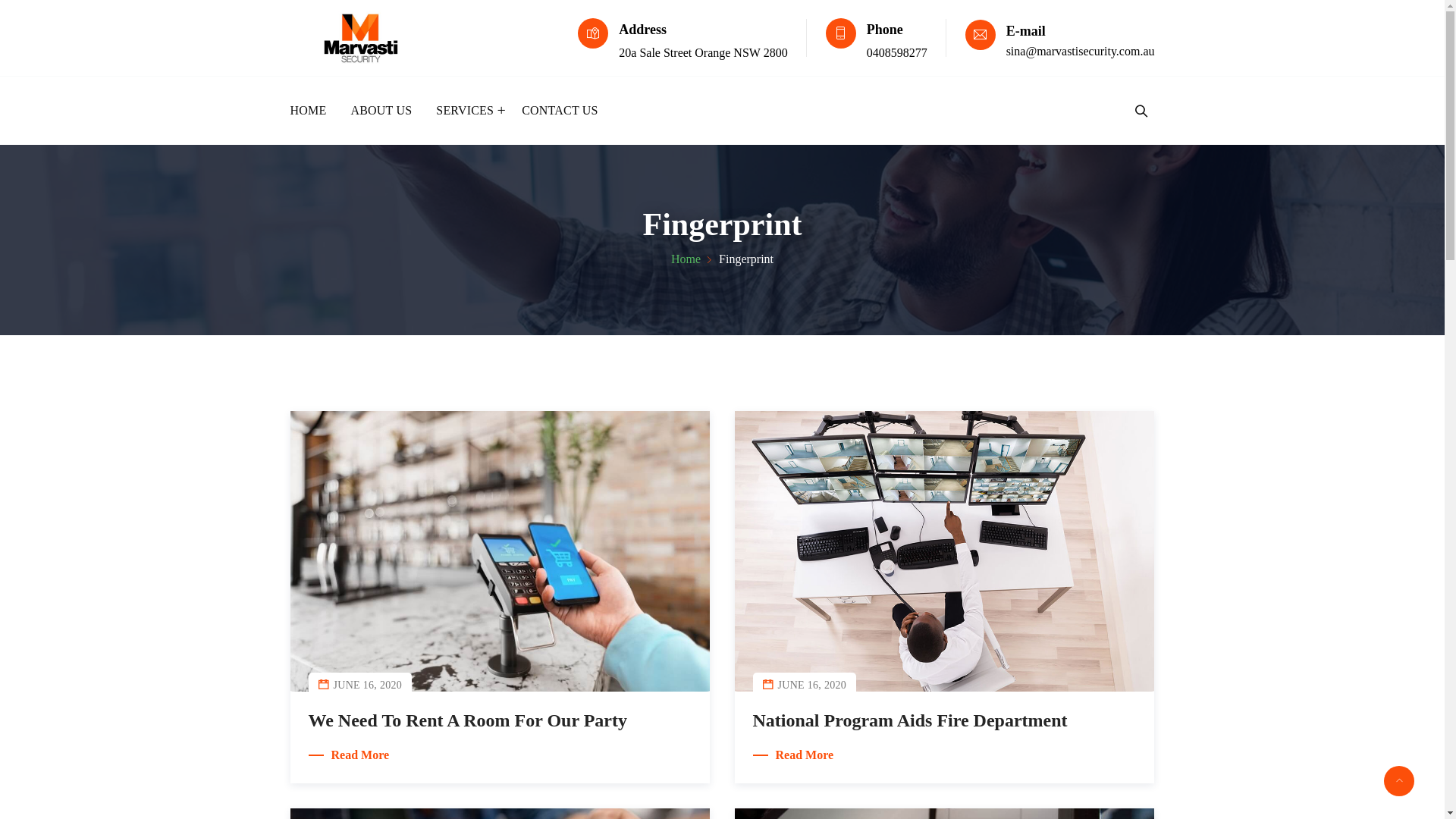  I want to click on 'HOME', so click(312, 110).